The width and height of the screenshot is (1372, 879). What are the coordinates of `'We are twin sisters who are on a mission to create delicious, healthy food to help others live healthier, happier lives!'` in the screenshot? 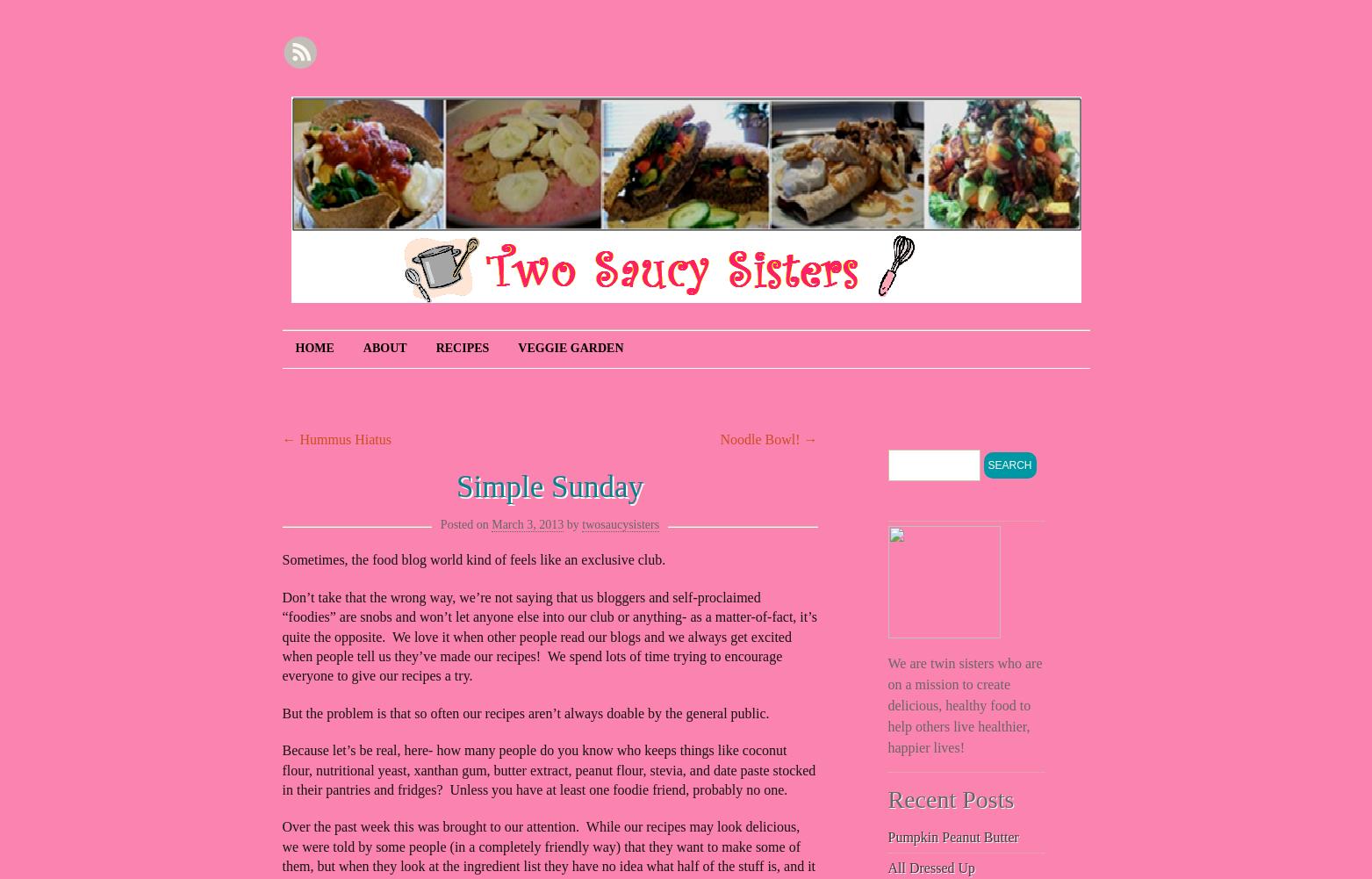 It's located at (963, 704).